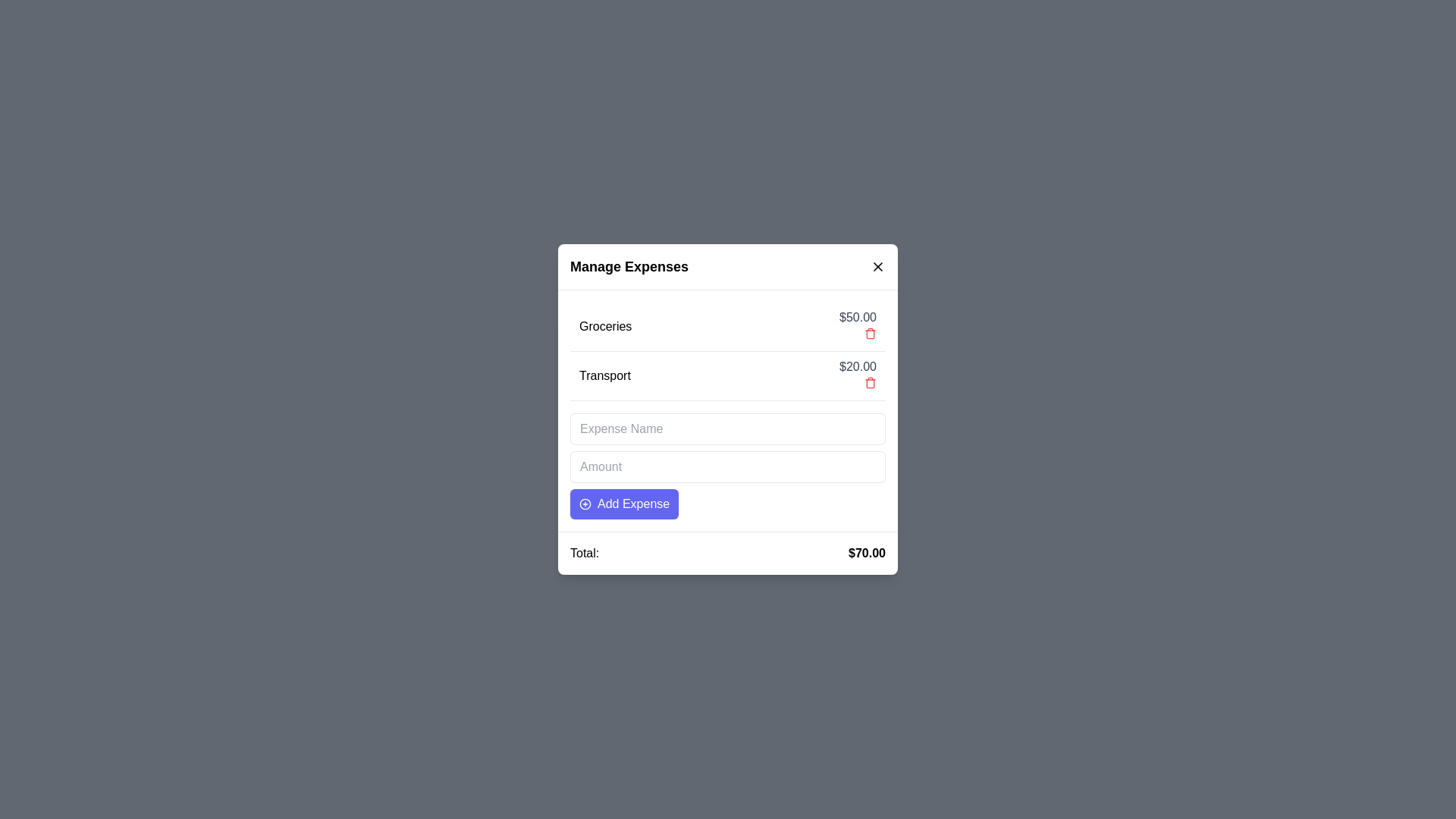 Image resolution: width=1456 pixels, height=819 pixels. I want to click on the text label displaying 'Manage Expenses', which is a bold section header located at the top-left corner of the modal dialog box, so click(629, 265).